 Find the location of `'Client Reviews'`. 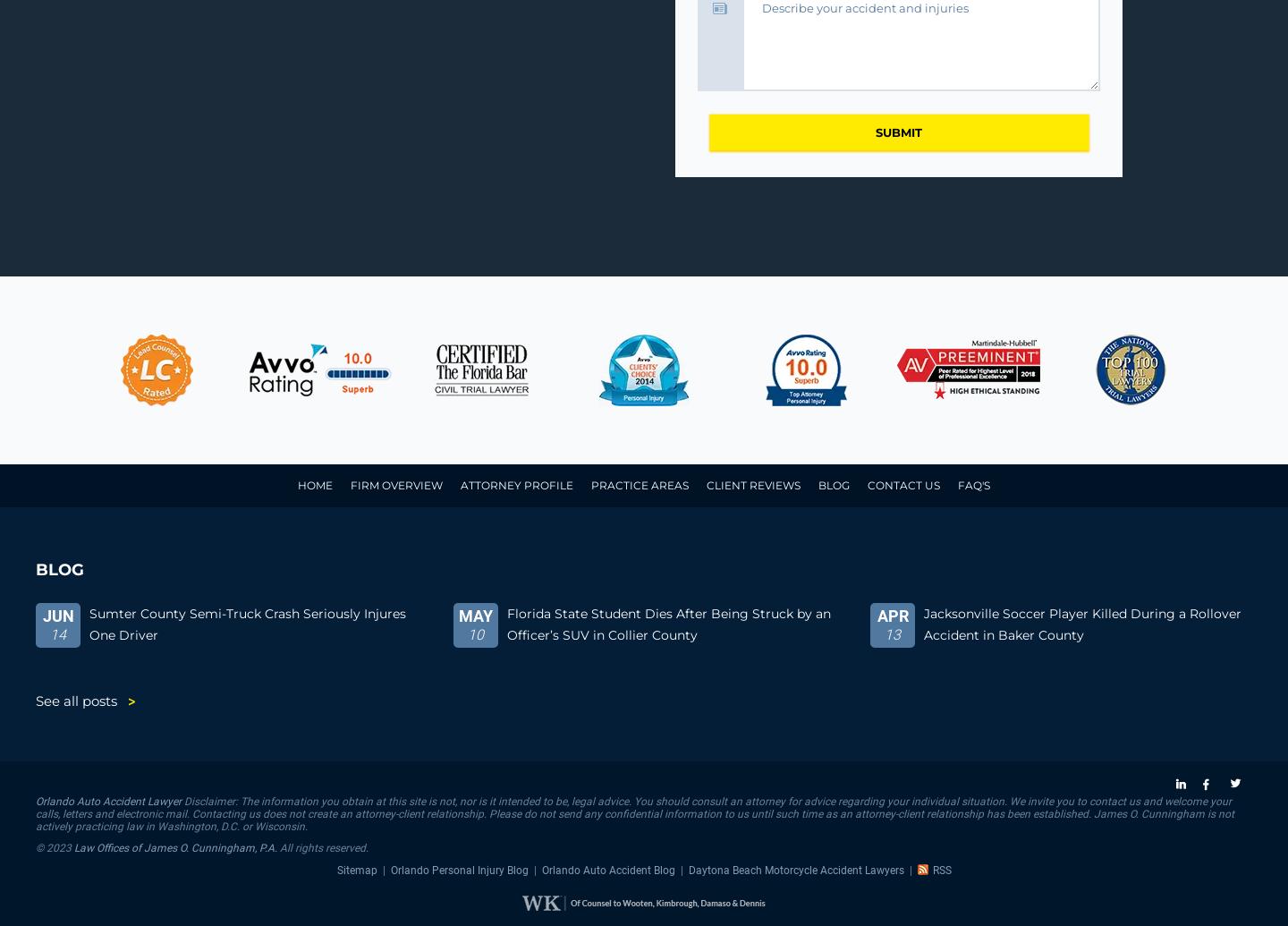

'Client Reviews' is located at coordinates (752, 484).